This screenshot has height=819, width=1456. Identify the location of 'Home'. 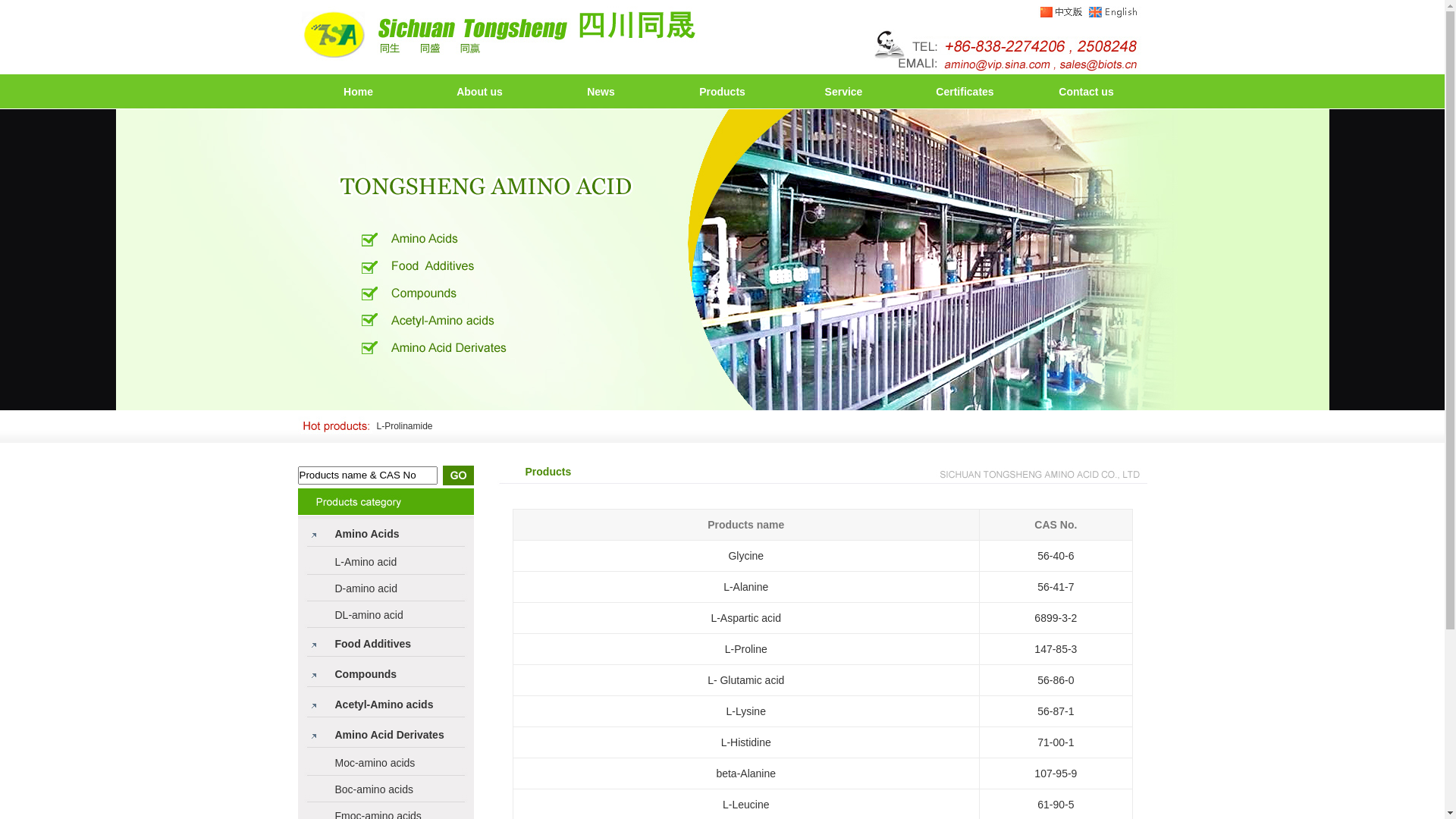
(357, 91).